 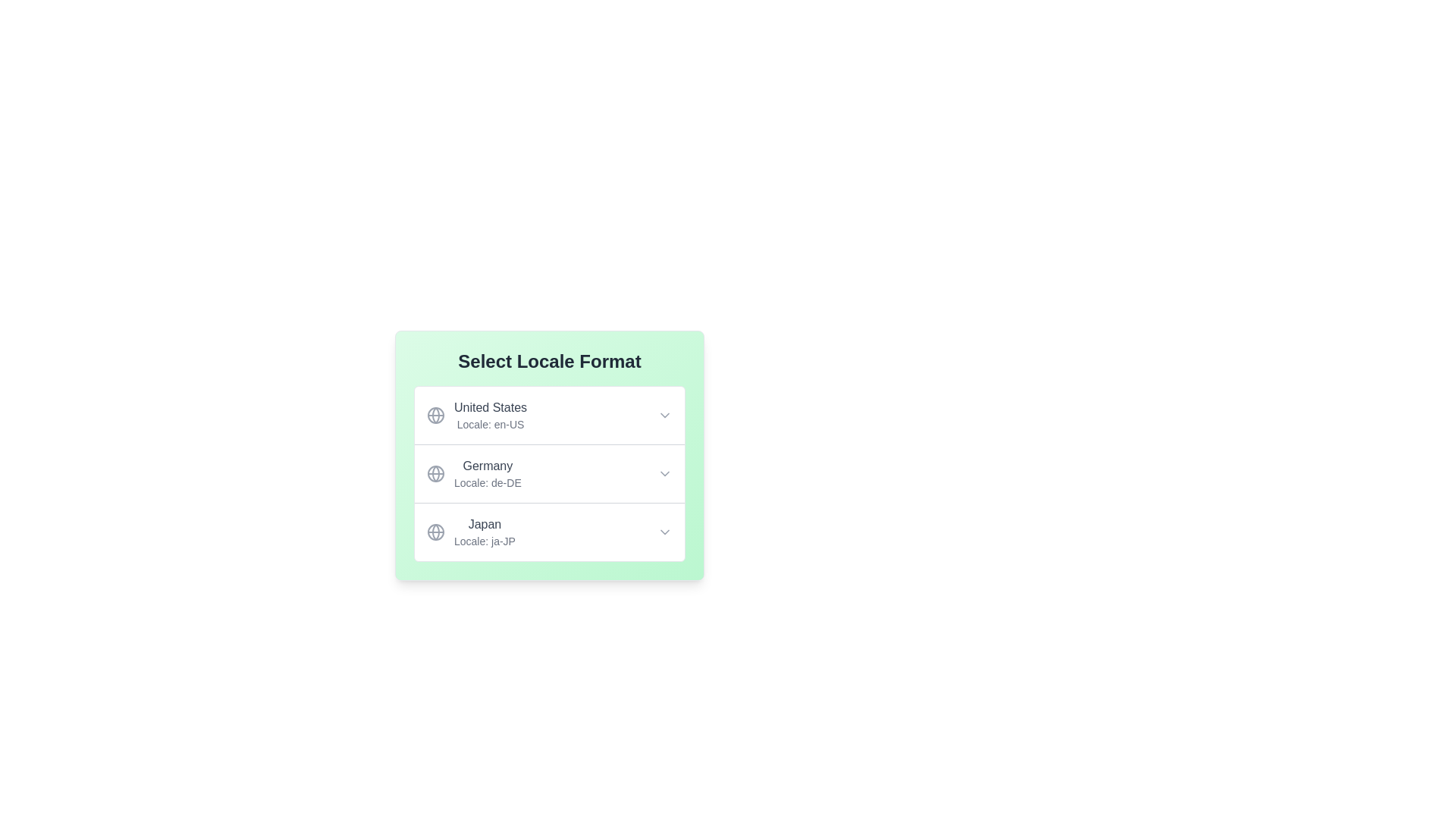 What do you see at coordinates (491, 424) in the screenshot?
I see `the text label displaying 'Locale: en-US', which is located directly beneath 'United States' in the list of locale options` at bounding box center [491, 424].